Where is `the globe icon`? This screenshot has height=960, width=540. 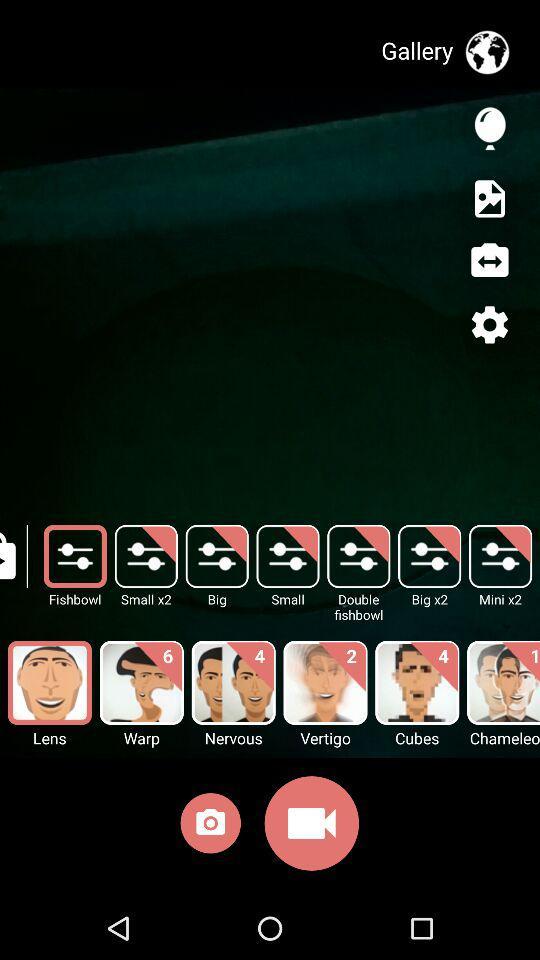 the globe icon is located at coordinates (486, 51).